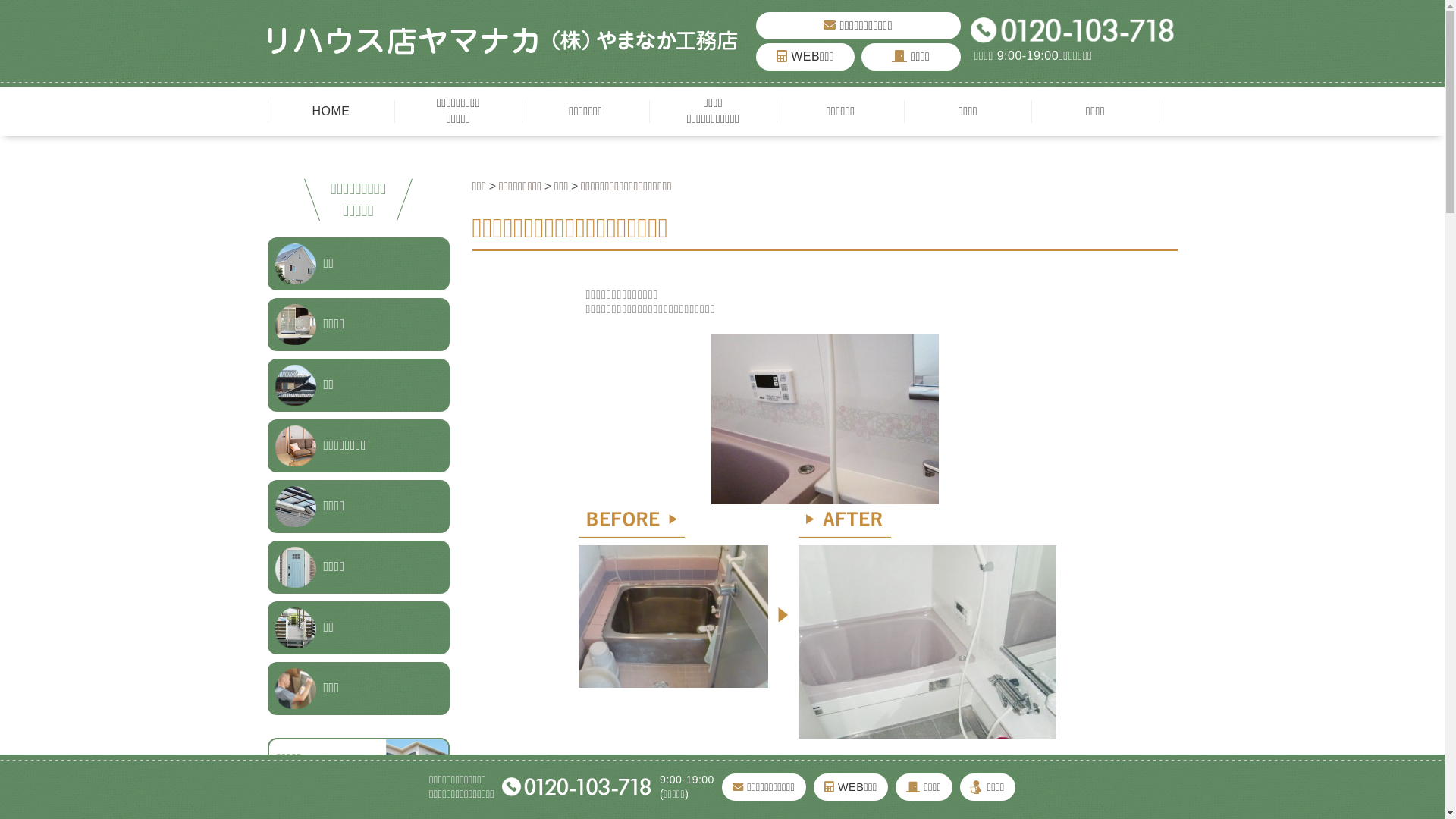 This screenshot has width=1456, height=819. What do you see at coordinates (330, 110) in the screenshot?
I see `'HOME'` at bounding box center [330, 110].